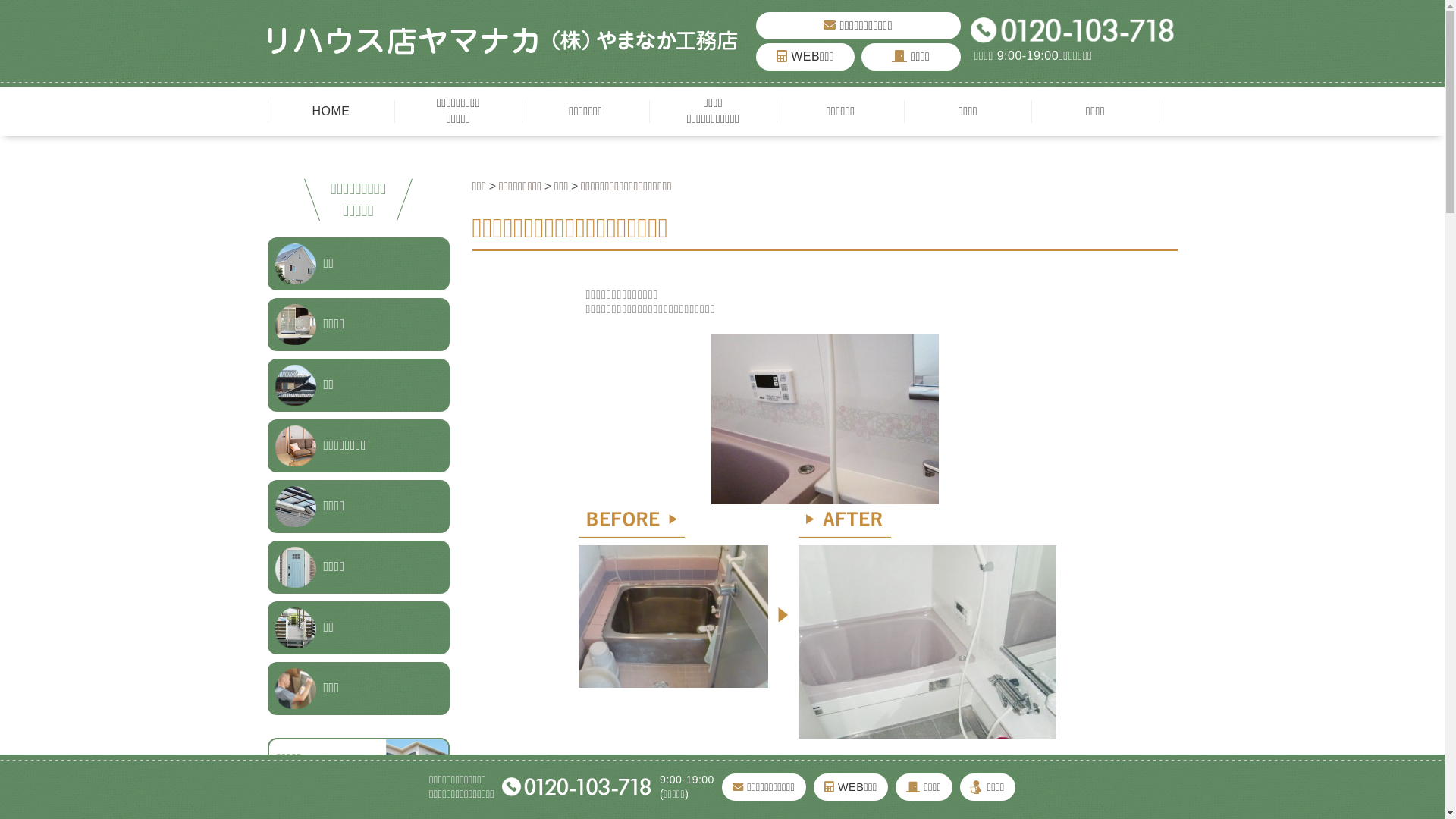 This screenshot has width=1456, height=819. What do you see at coordinates (330, 110) in the screenshot?
I see `'HOME'` at bounding box center [330, 110].